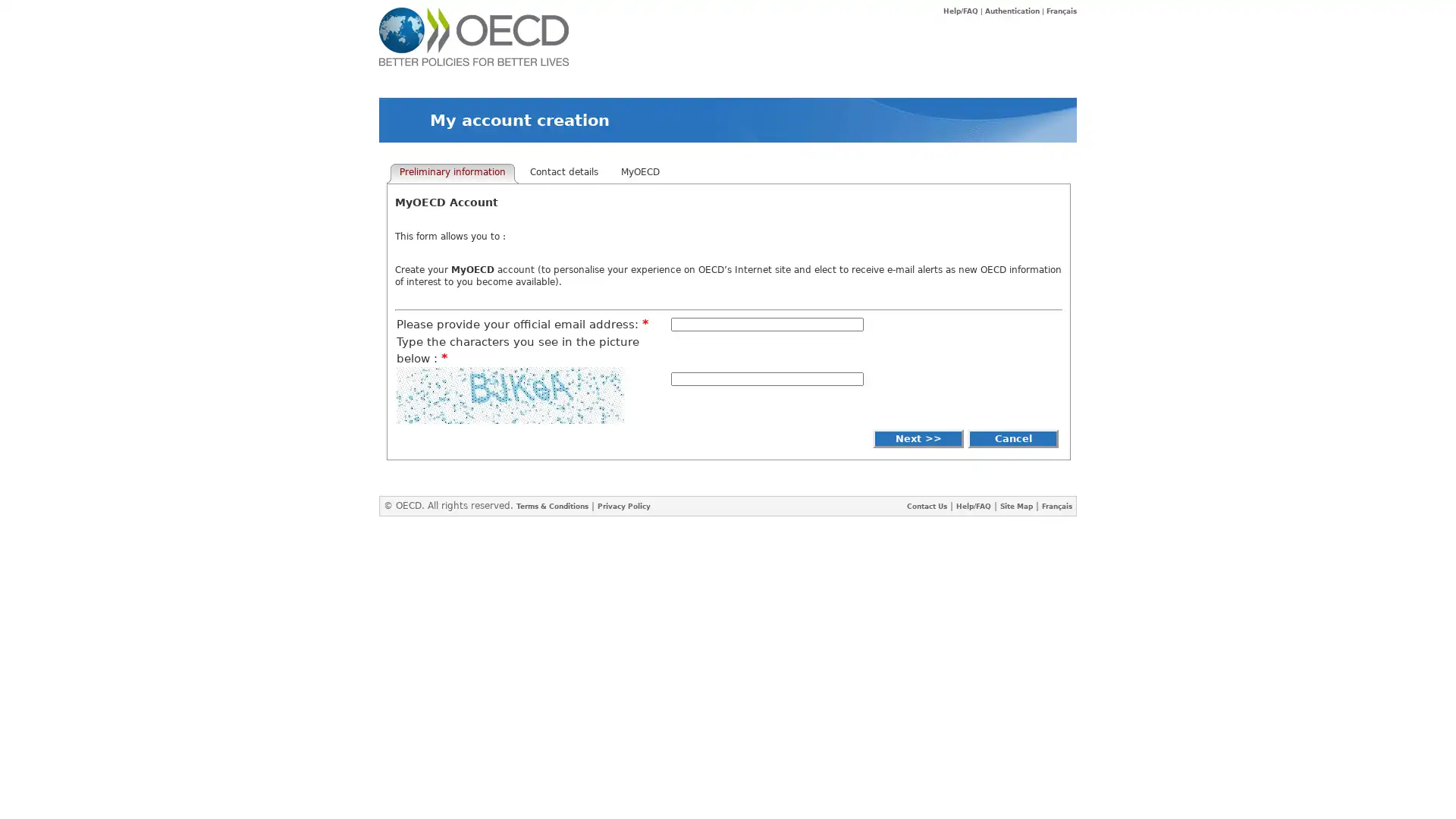  What do you see at coordinates (1012, 438) in the screenshot?
I see `Cancel` at bounding box center [1012, 438].